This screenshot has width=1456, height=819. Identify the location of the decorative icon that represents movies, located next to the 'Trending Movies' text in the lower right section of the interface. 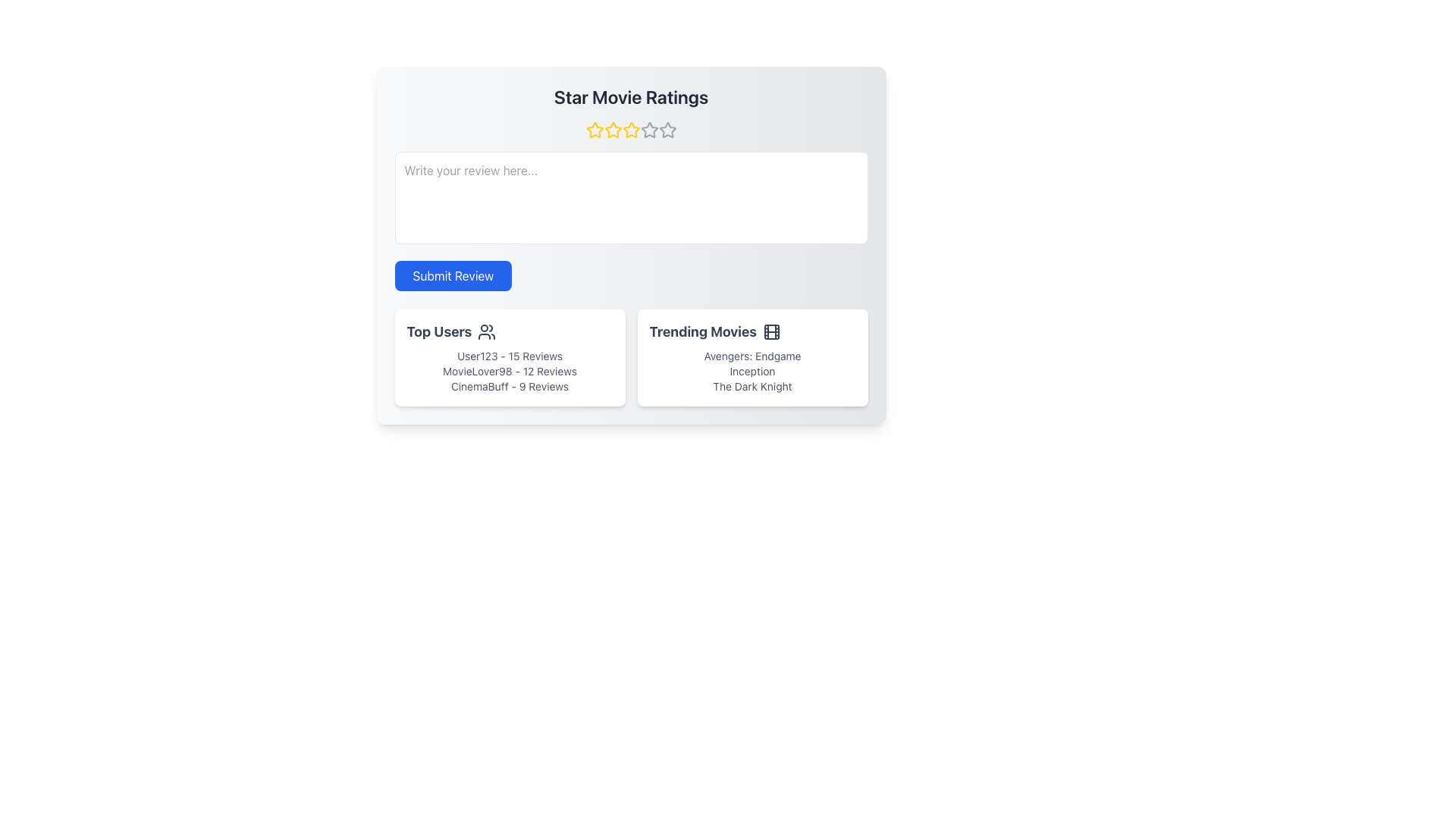
(771, 331).